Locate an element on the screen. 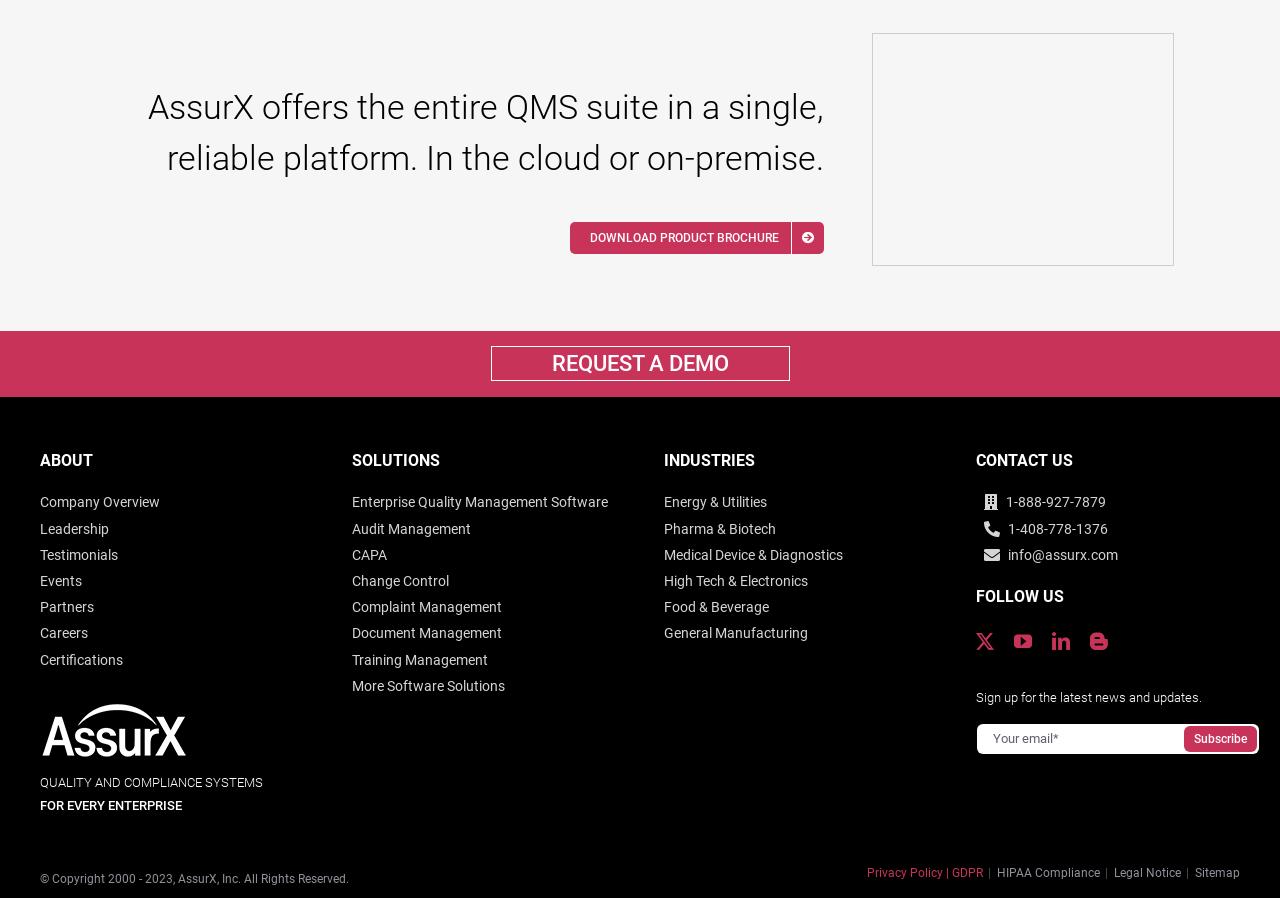  'Document Management' is located at coordinates (424, 632).